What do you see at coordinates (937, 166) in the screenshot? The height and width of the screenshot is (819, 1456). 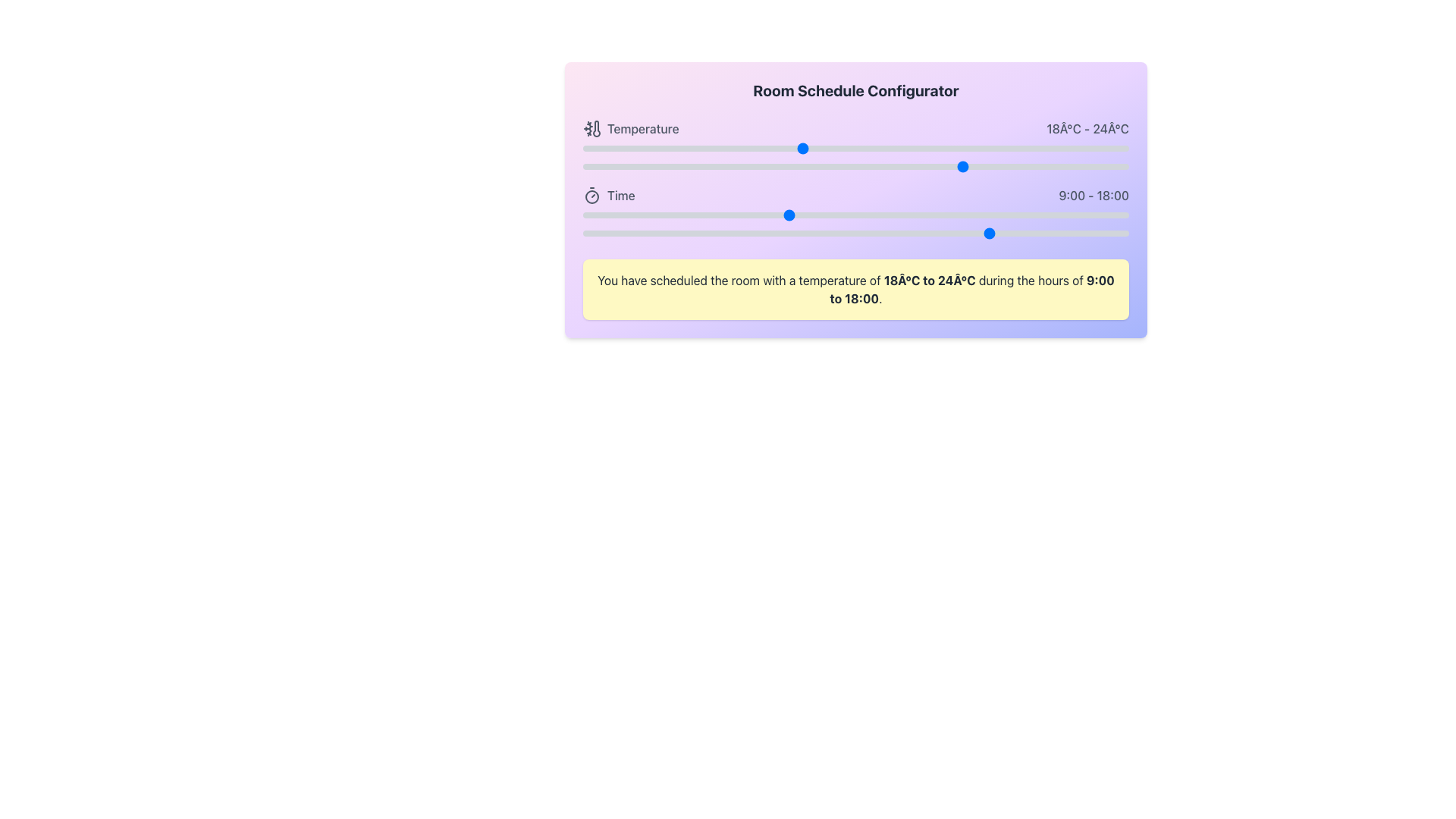 I see `the slider value` at bounding box center [937, 166].